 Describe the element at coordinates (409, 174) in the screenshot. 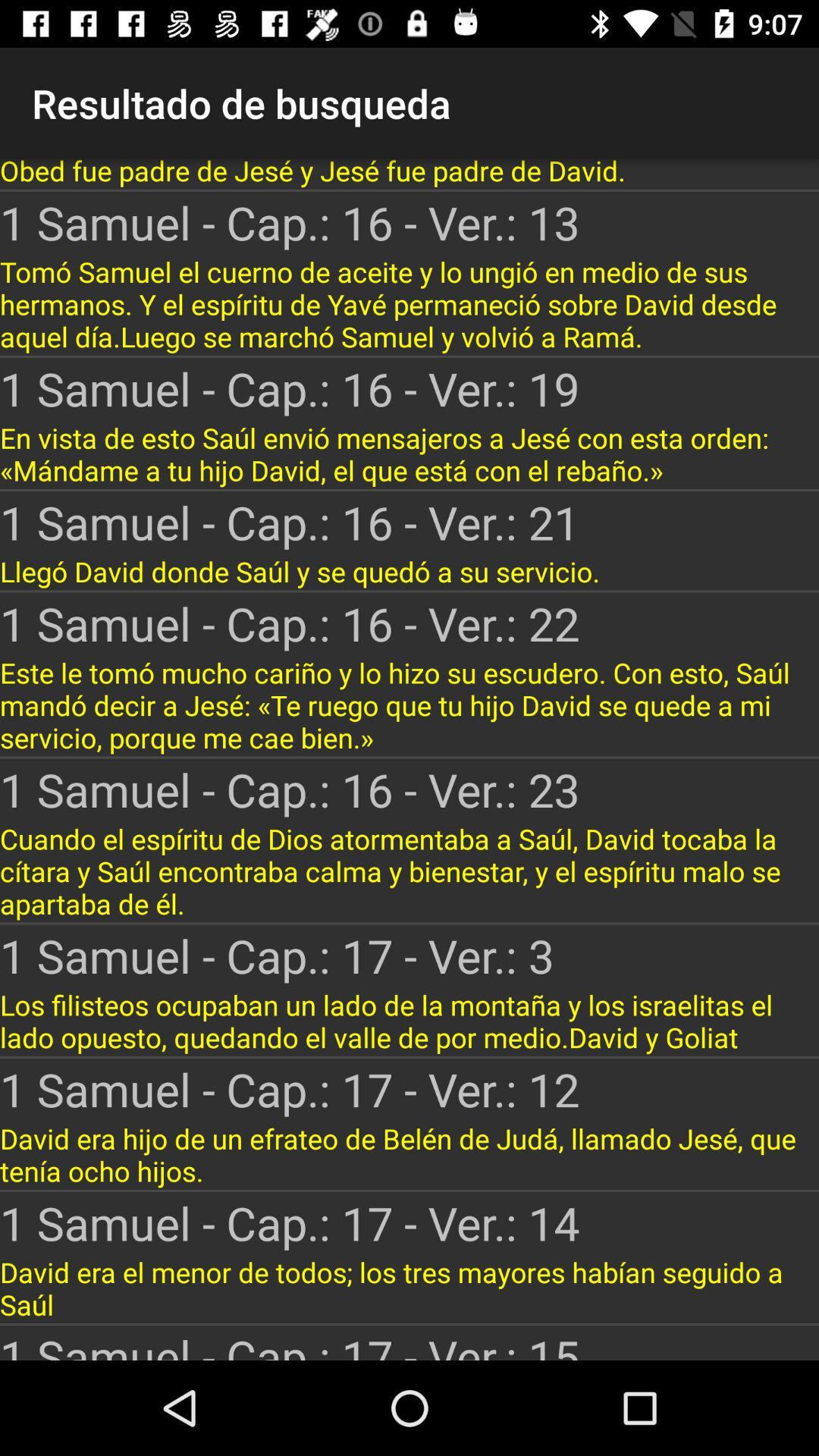

I see `app above the 1 samuel cap` at that location.